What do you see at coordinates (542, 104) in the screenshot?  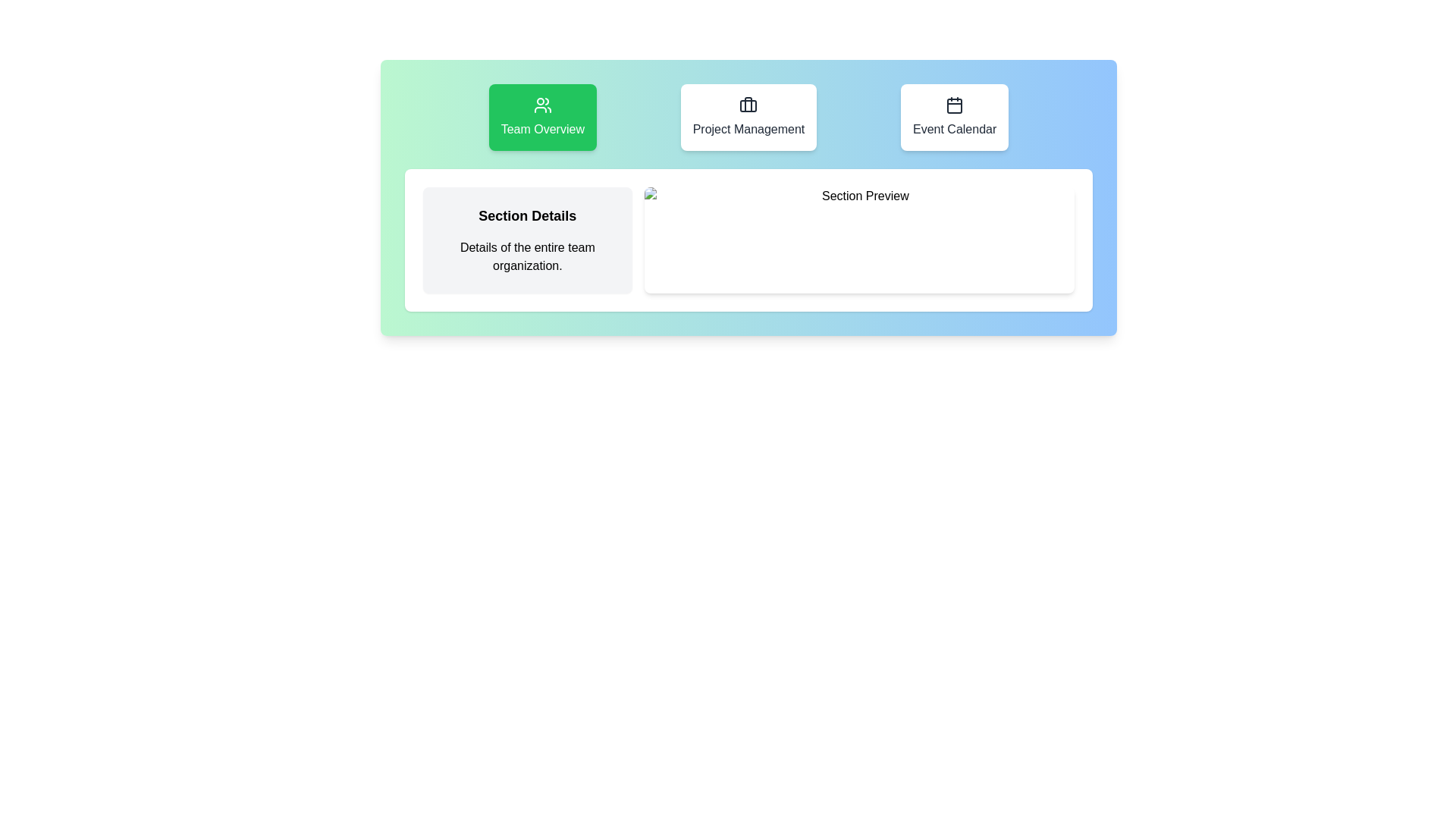 I see `the 'Team Overview' button, which contains the icon representing the 'Team Overview' functionality, located in the top-center area of the button's green rectangle` at bounding box center [542, 104].